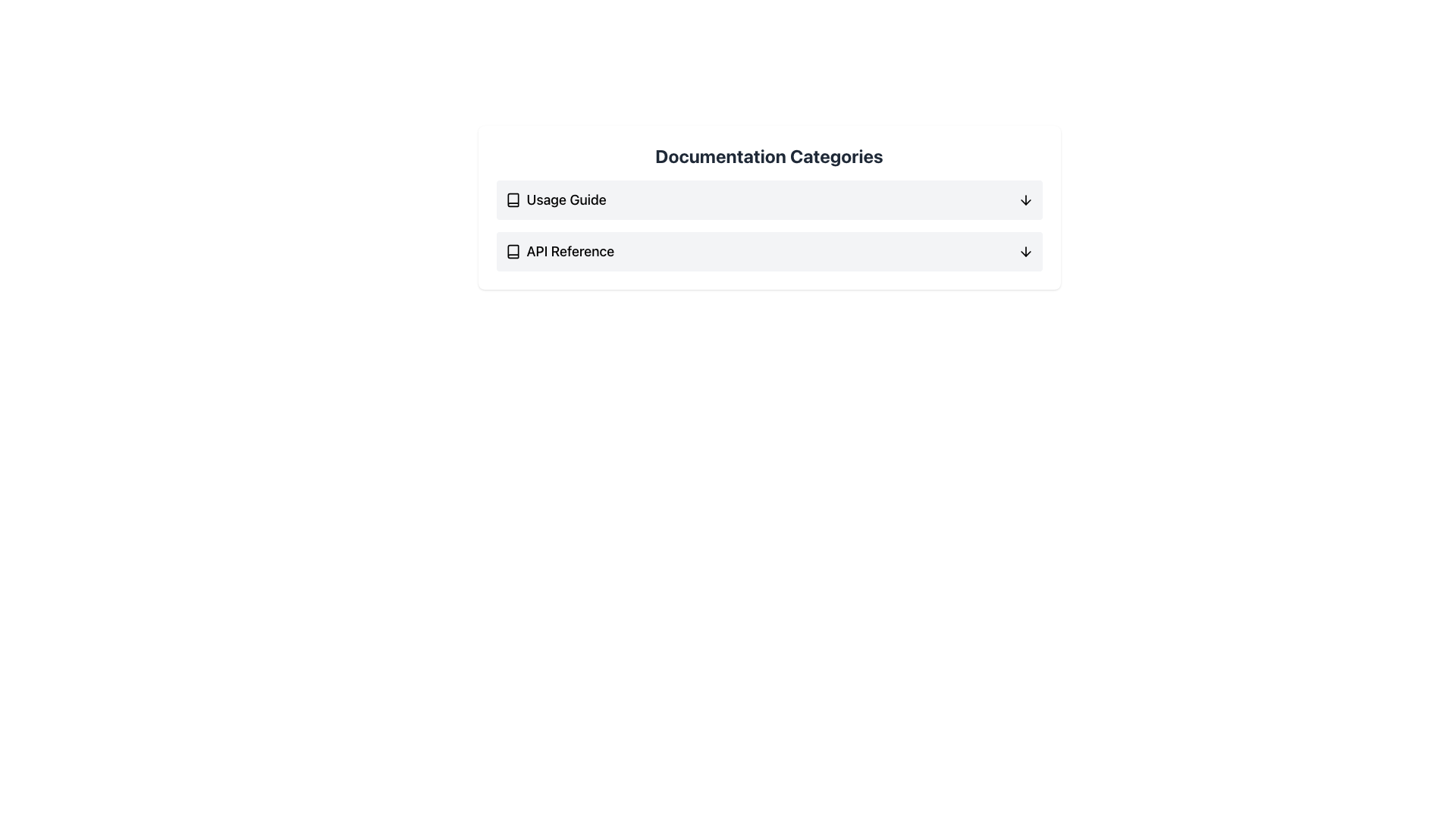  I want to click on the downward arrow icon located on the right side of the 'API Reference' menu item, so click(1025, 250).